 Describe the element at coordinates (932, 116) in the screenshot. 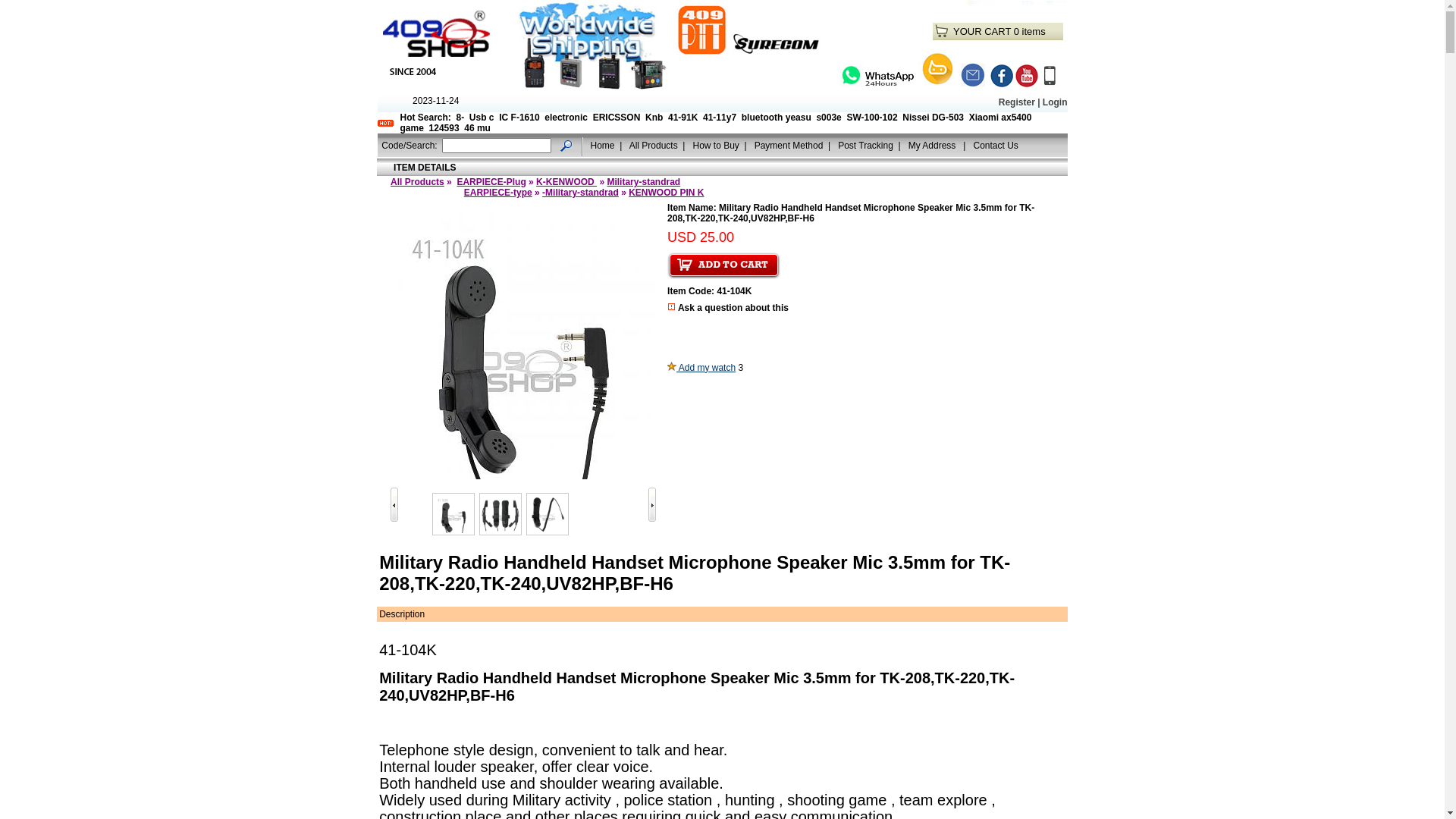

I see `'Nissei DG-503'` at that location.